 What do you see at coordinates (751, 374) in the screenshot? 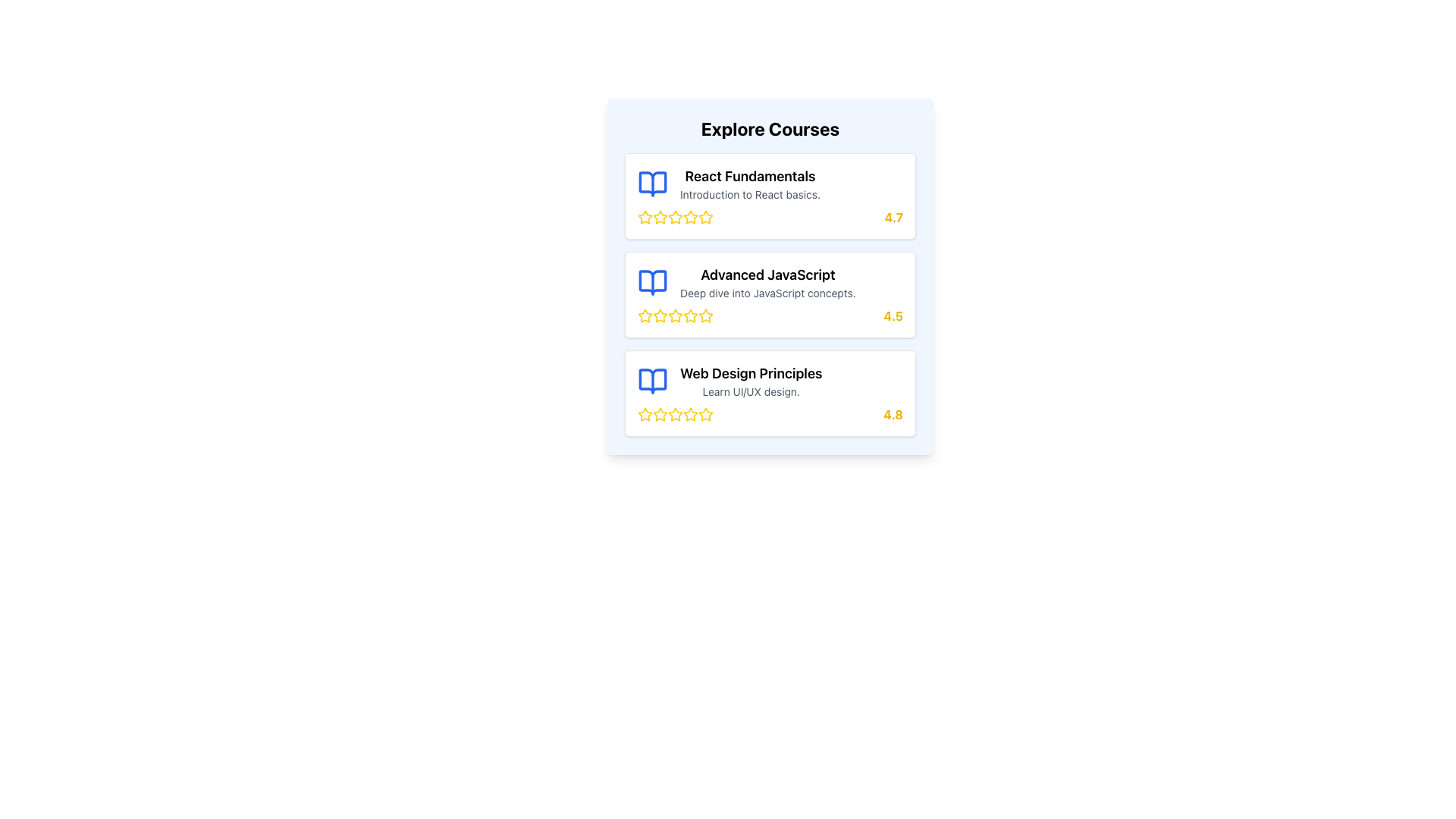
I see `text label that serves as the title of the course, located at the center of the third course card in the vertical list` at bounding box center [751, 374].